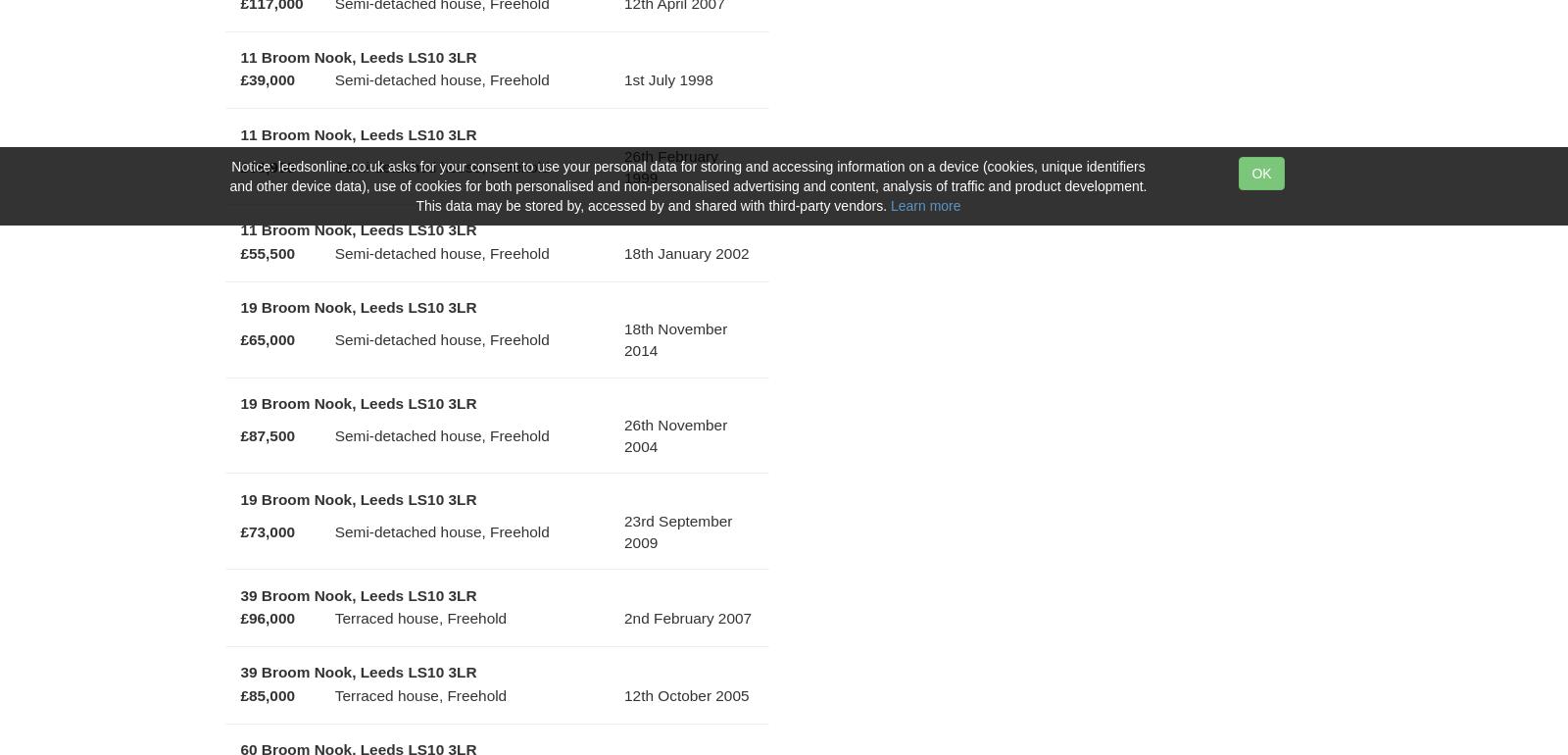  Describe the element at coordinates (267, 339) in the screenshot. I see `'£65,000'` at that location.